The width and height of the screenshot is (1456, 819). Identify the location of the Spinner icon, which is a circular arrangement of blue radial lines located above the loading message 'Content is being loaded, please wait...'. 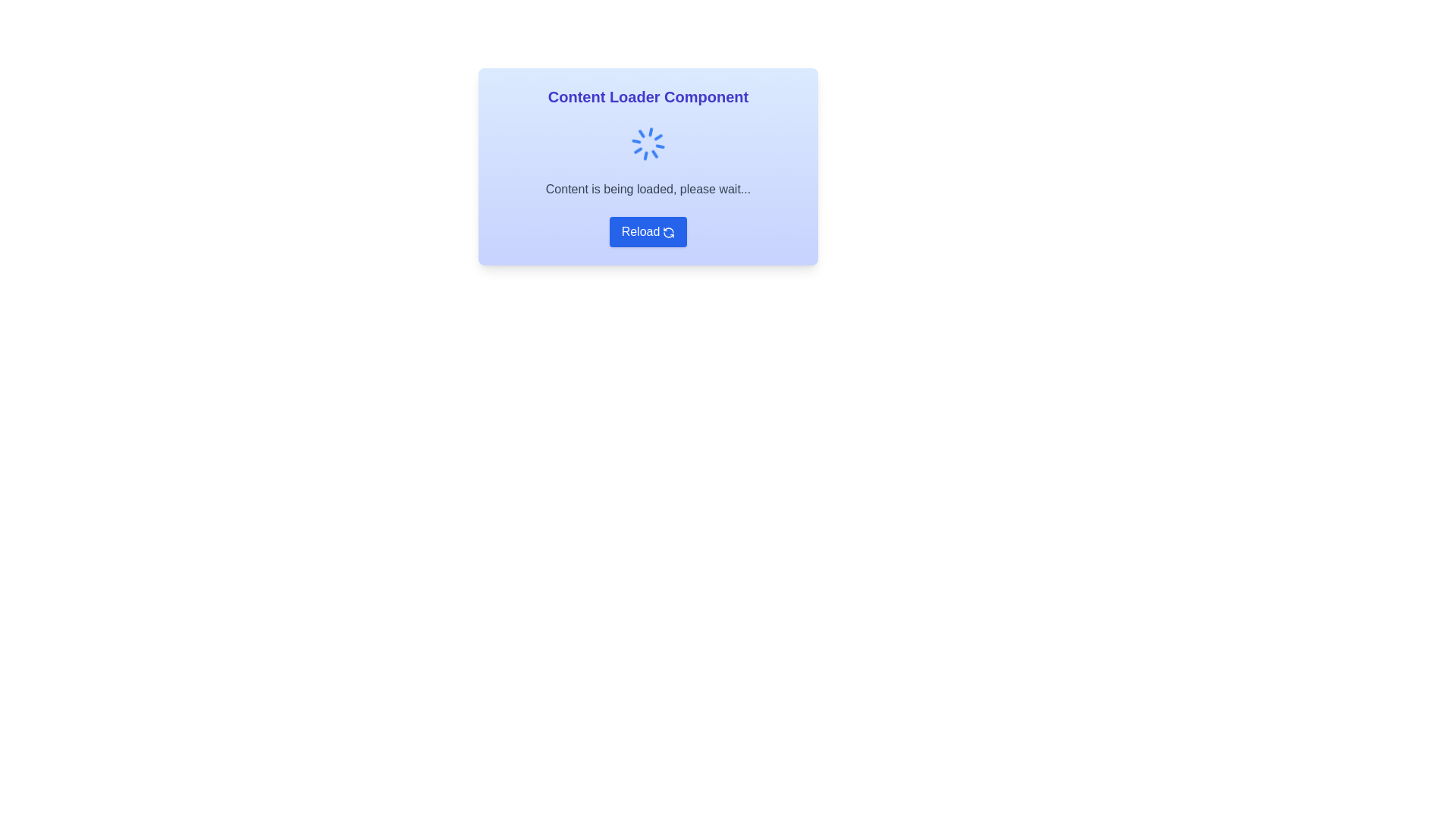
(648, 143).